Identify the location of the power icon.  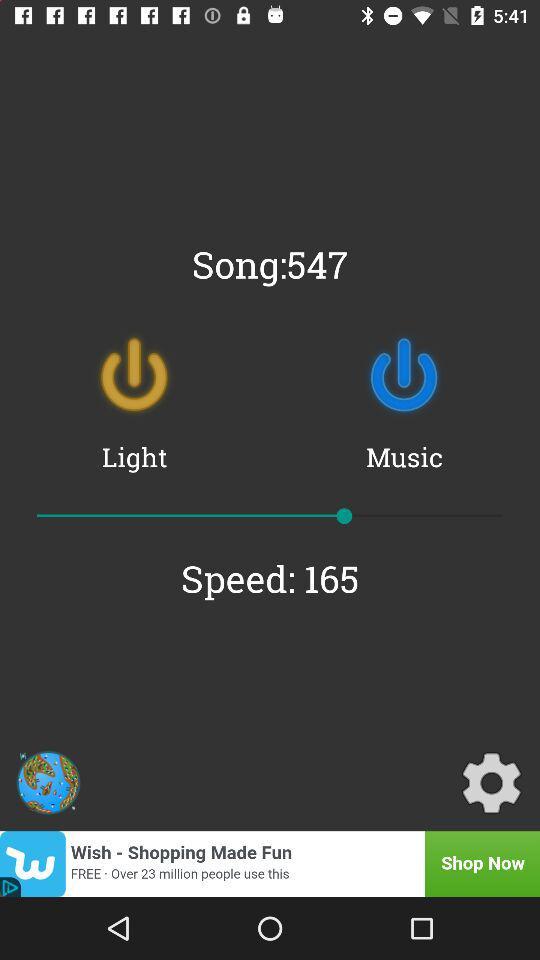
(404, 374).